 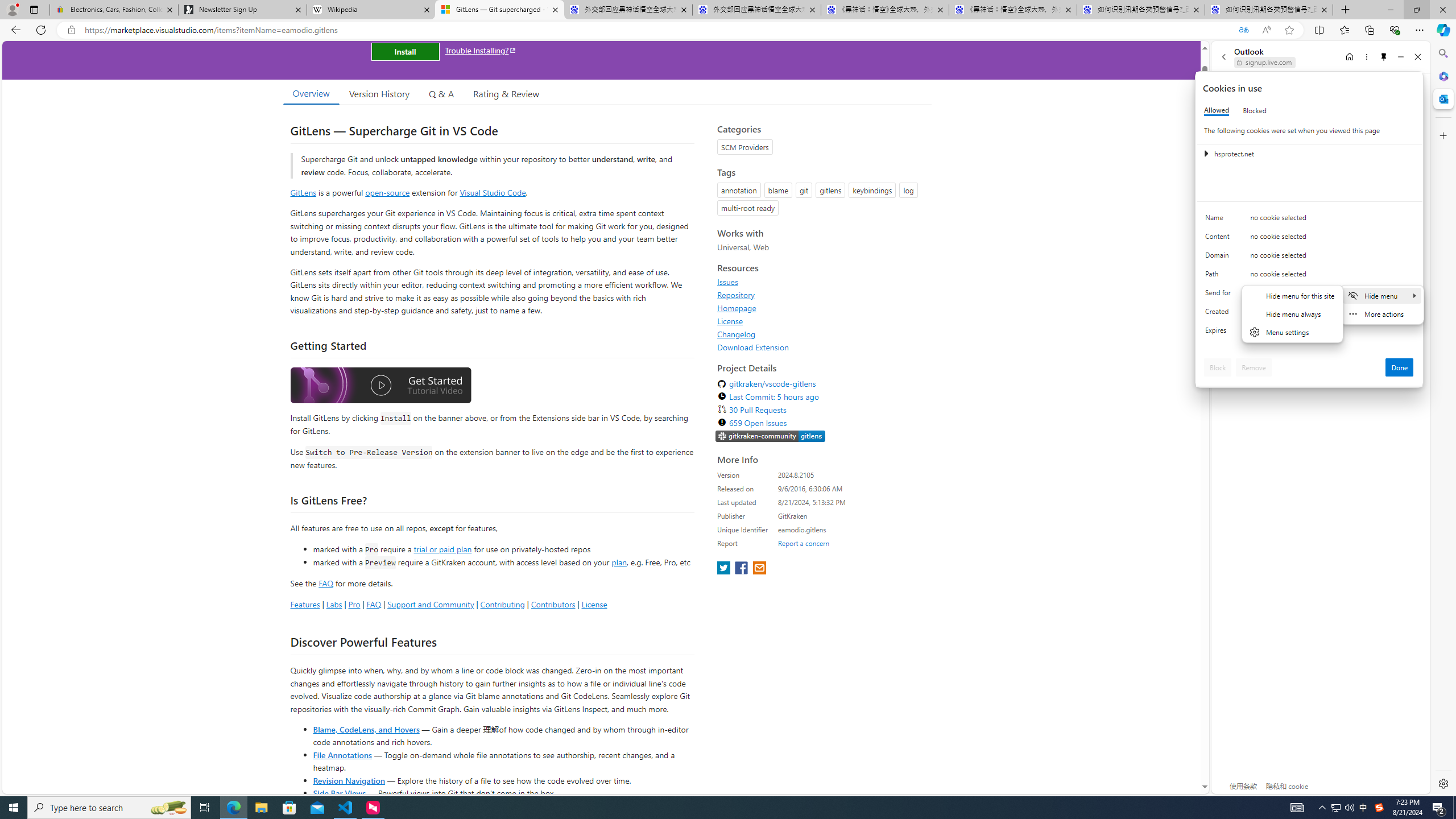 I want to click on 'Send for', so click(x=1219, y=295).